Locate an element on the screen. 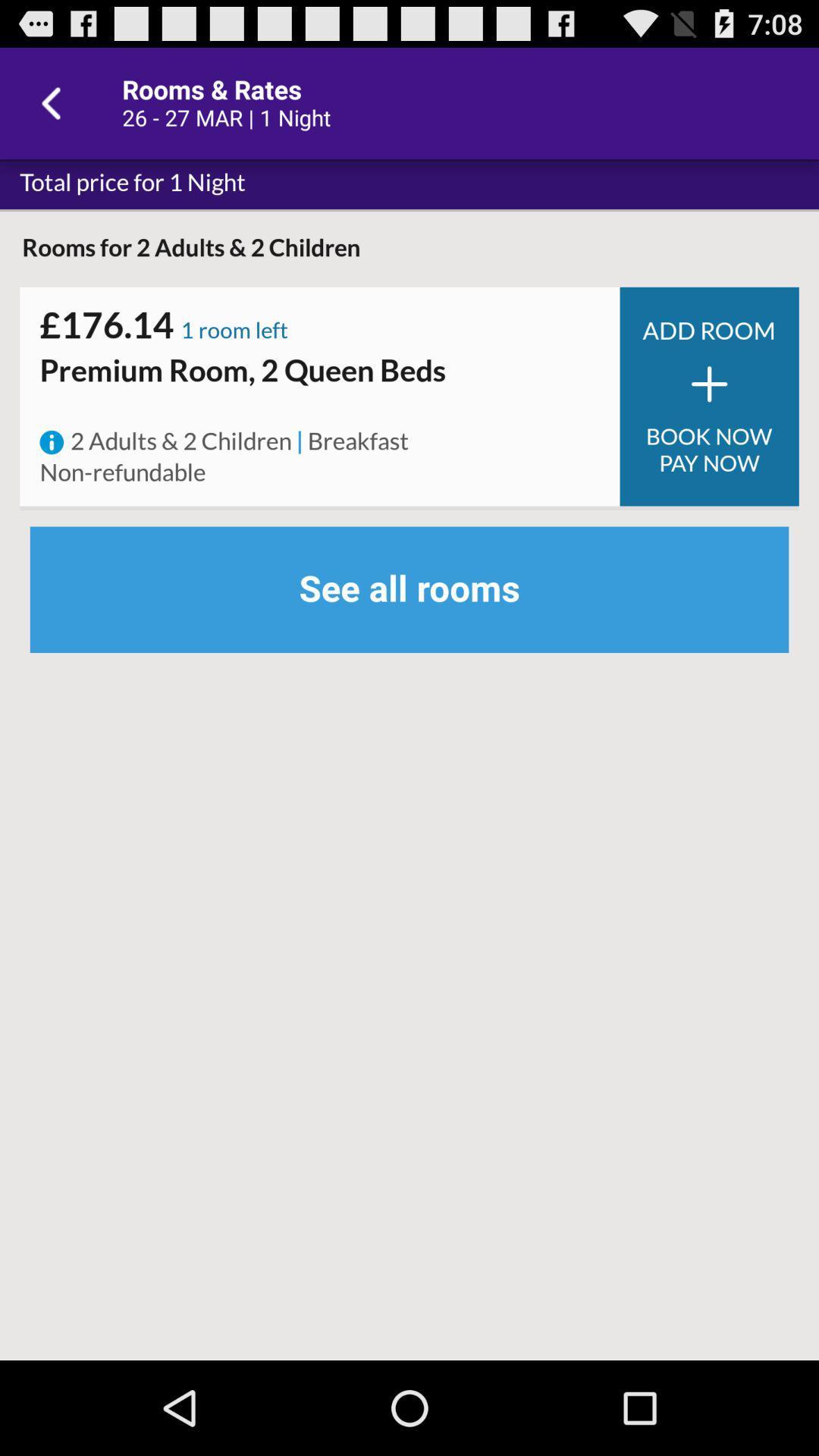 The image size is (819, 1456). icon to the left of the 1 room left is located at coordinates (106, 324).